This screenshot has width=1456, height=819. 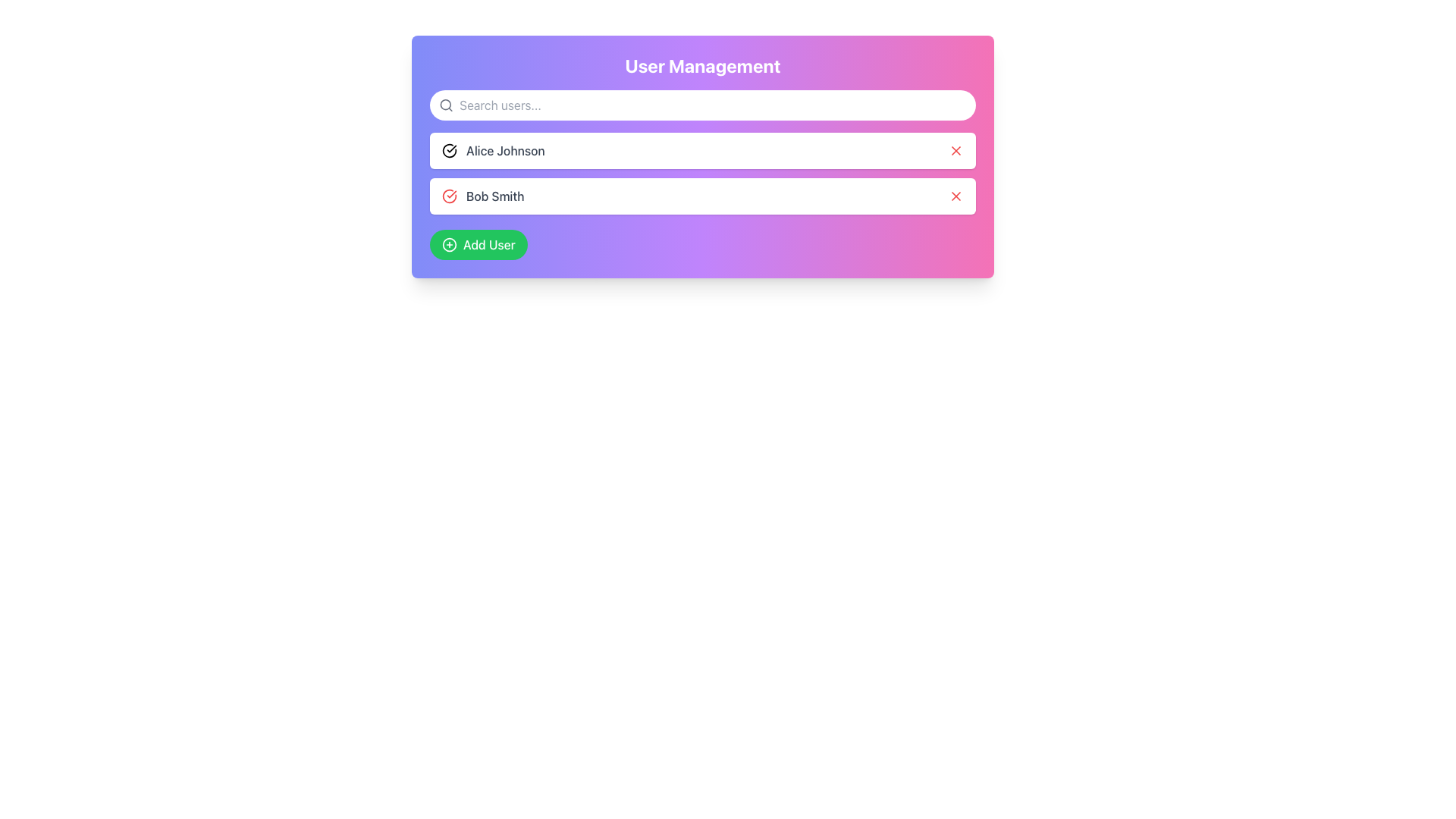 What do you see at coordinates (955, 195) in the screenshot?
I see `the X-shaped icon button located on the right side of the row for user 'Bob Smith' in the 'User Management' interface` at bounding box center [955, 195].